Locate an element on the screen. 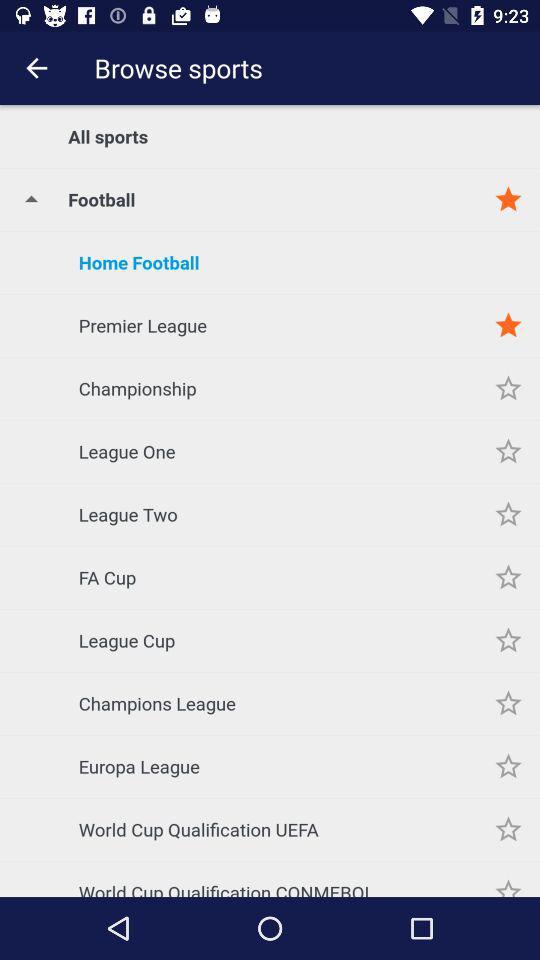 Image resolution: width=540 pixels, height=960 pixels. mark as favorite is located at coordinates (508, 765).